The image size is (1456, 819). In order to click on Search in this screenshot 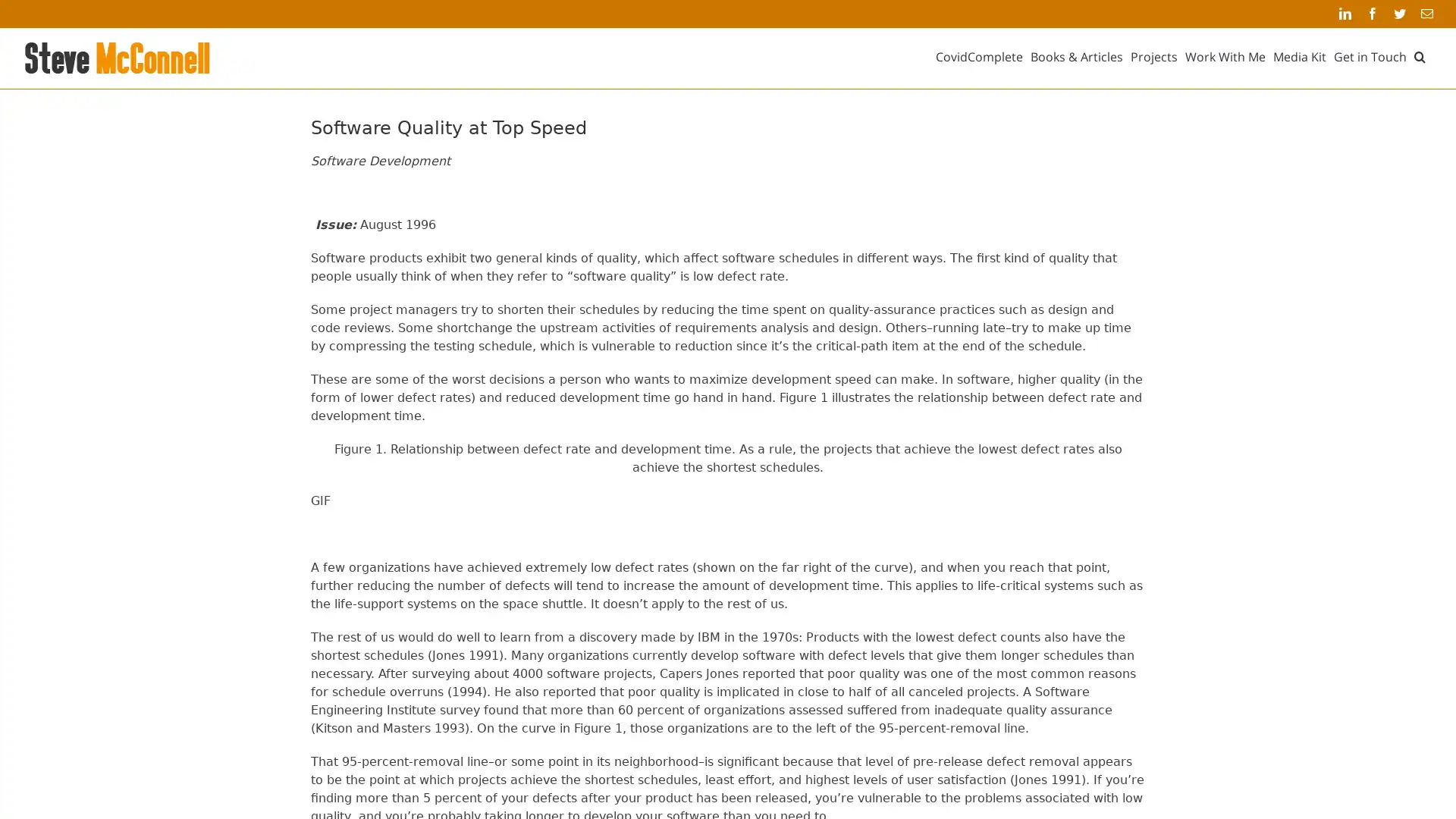, I will do `click(1419, 55)`.